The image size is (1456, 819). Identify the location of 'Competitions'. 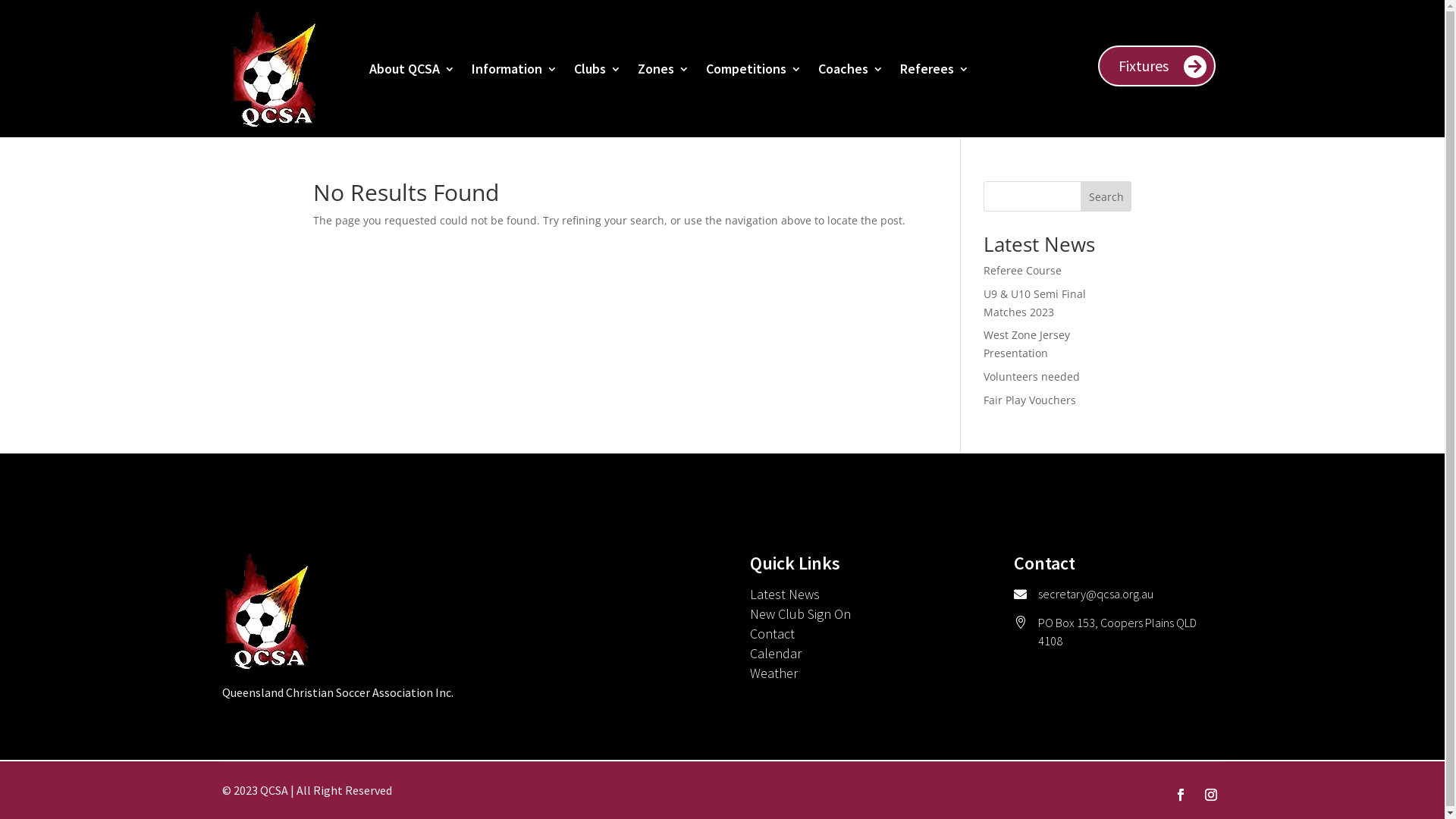
(753, 68).